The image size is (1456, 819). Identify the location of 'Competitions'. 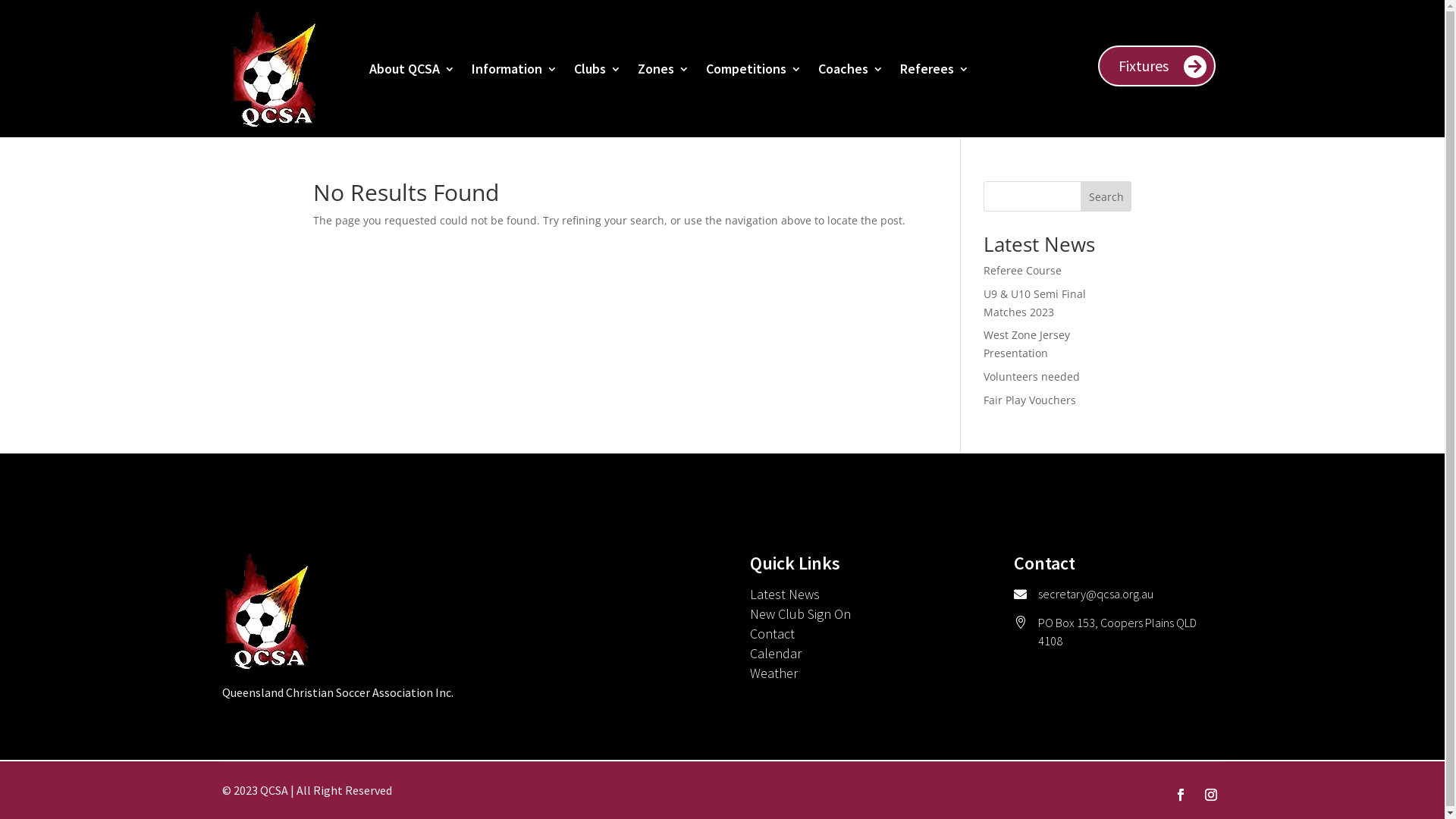
(753, 68).